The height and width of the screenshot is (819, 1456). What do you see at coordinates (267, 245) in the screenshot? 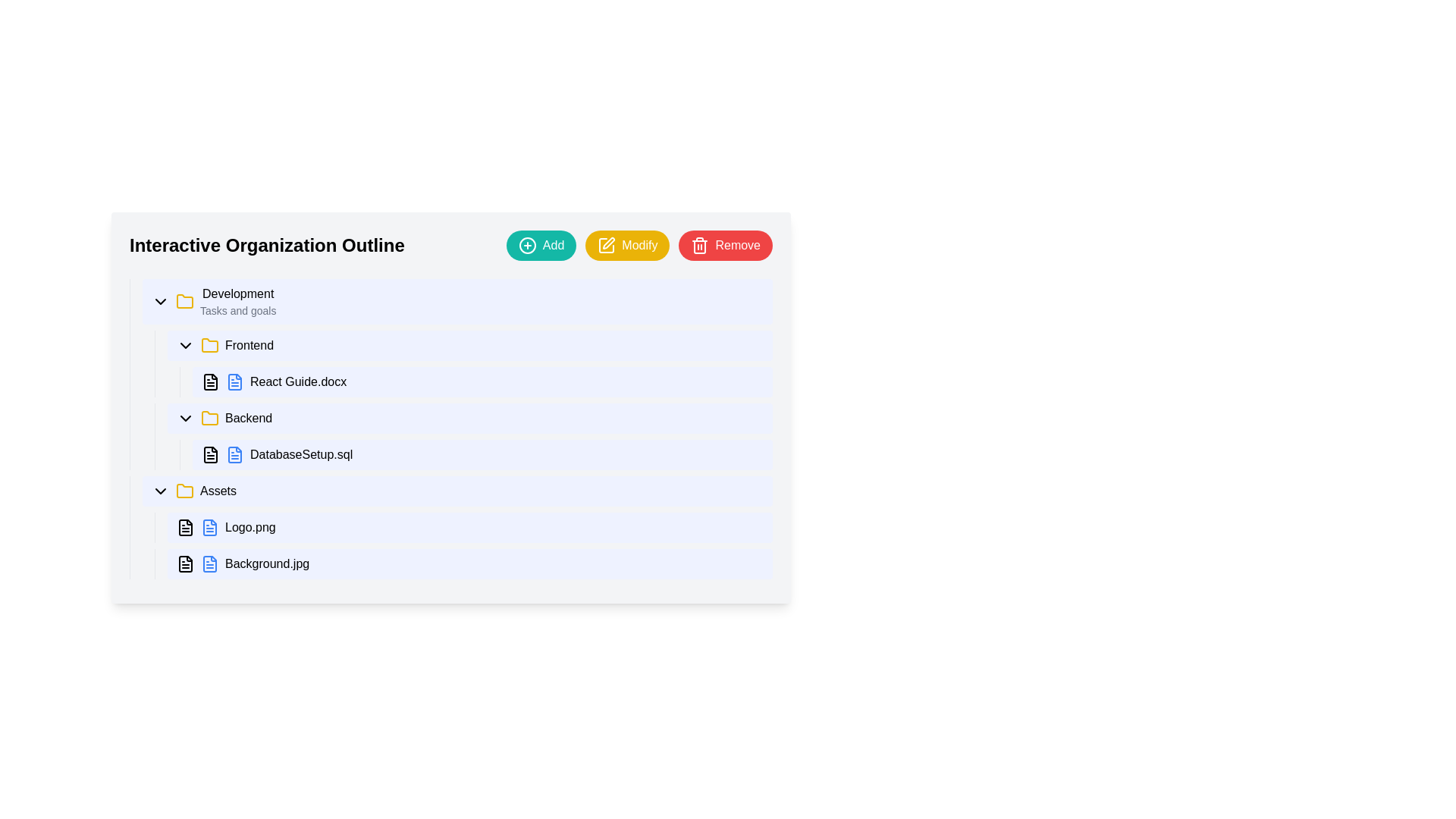
I see `the text label that serves as the title or heading for the displayed interface section, located at the top-left of a header-like row` at bounding box center [267, 245].